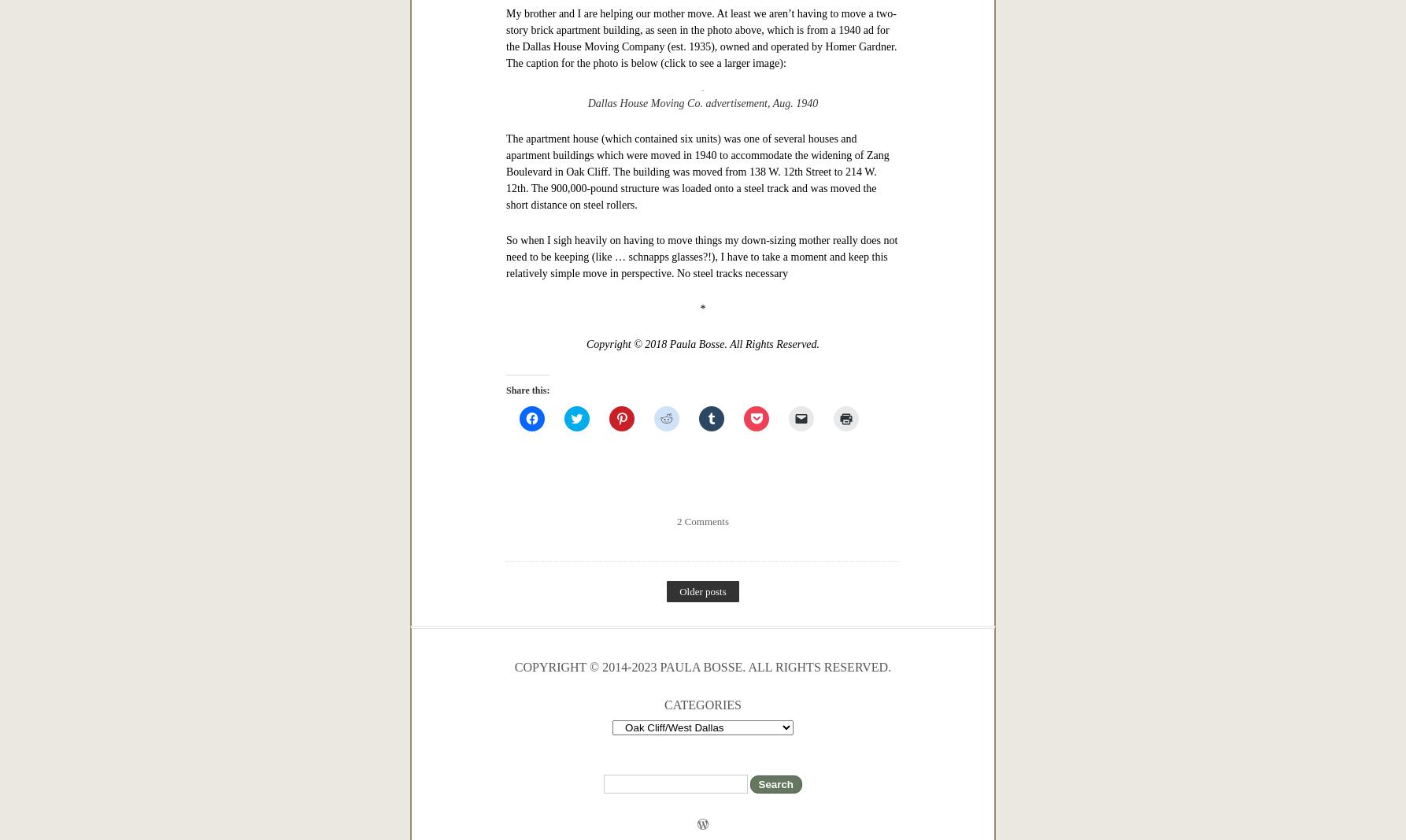 Image resolution: width=1406 pixels, height=840 pixels. I want to click on 'h', so click(745, 8).